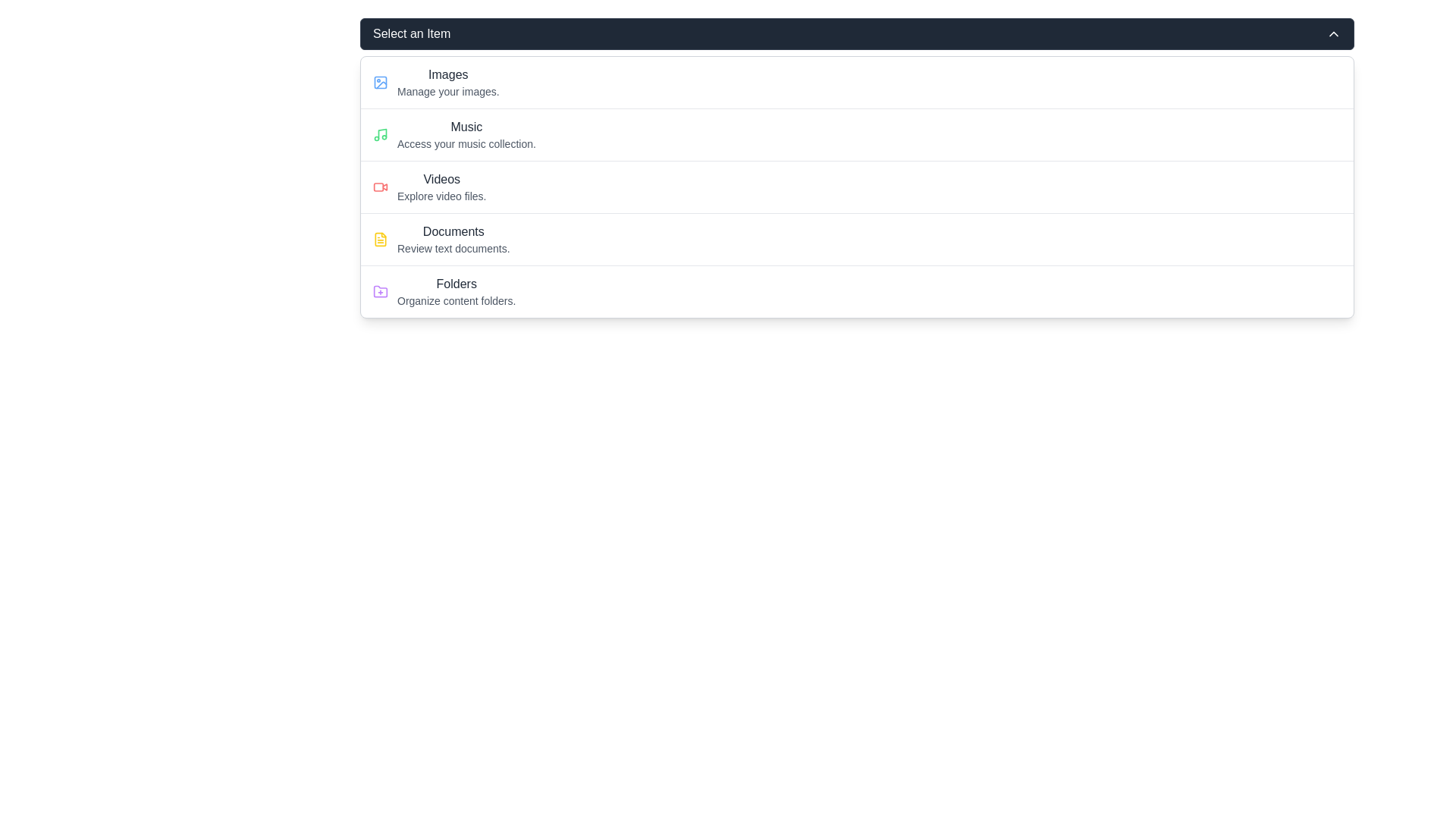 The height and width of the screenshot is (819, 1456). I want to click on the small icon located at the right-most end of the dark header bar containing the text 'Select an Item', so click(1332, 34).